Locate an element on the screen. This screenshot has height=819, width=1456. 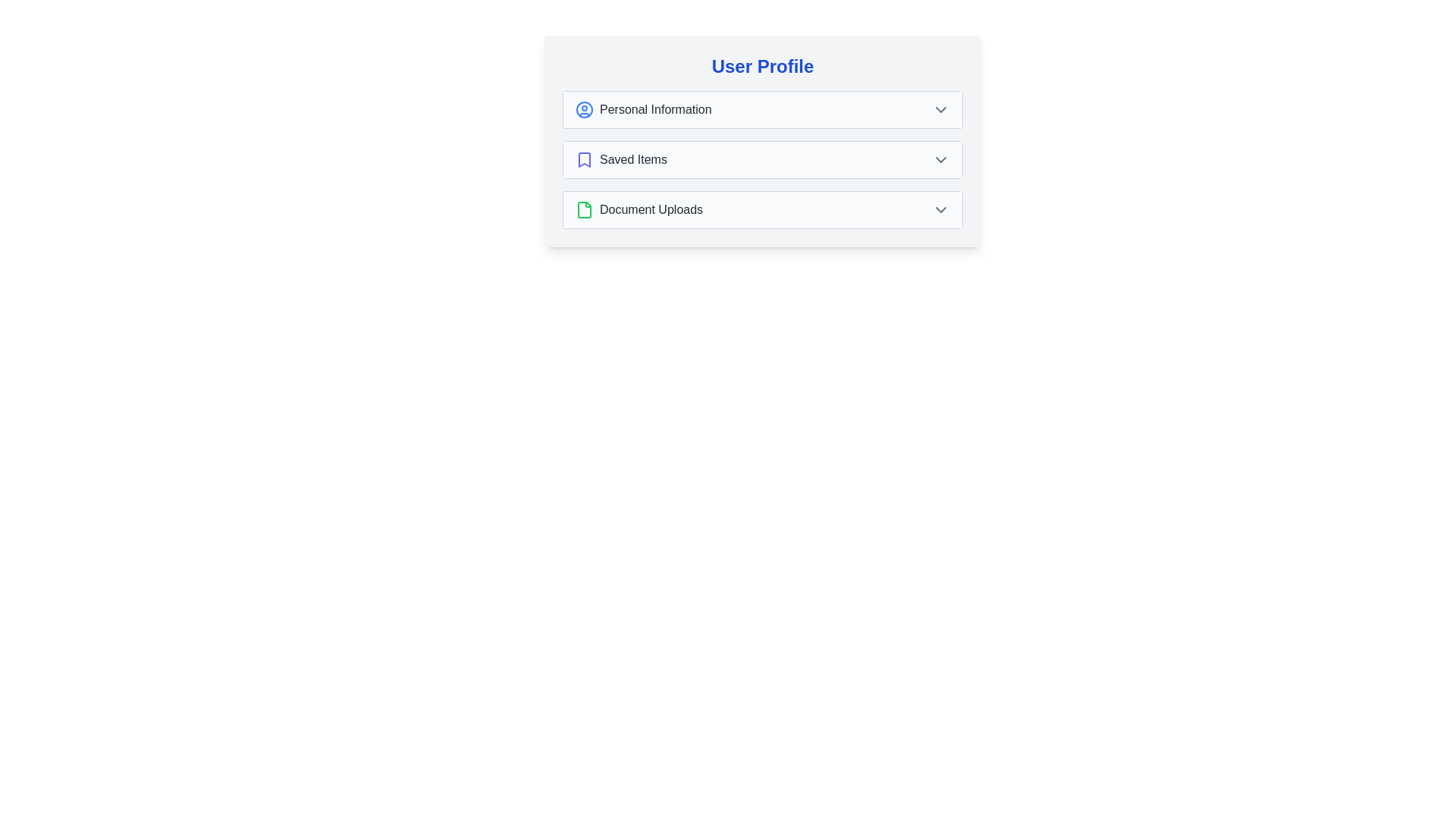
the circular SVG graphic icon that symbolizes user information, located in the left section of the 'Personal Information' option in the 'User Profile' card is located at coordinates (584, 109).